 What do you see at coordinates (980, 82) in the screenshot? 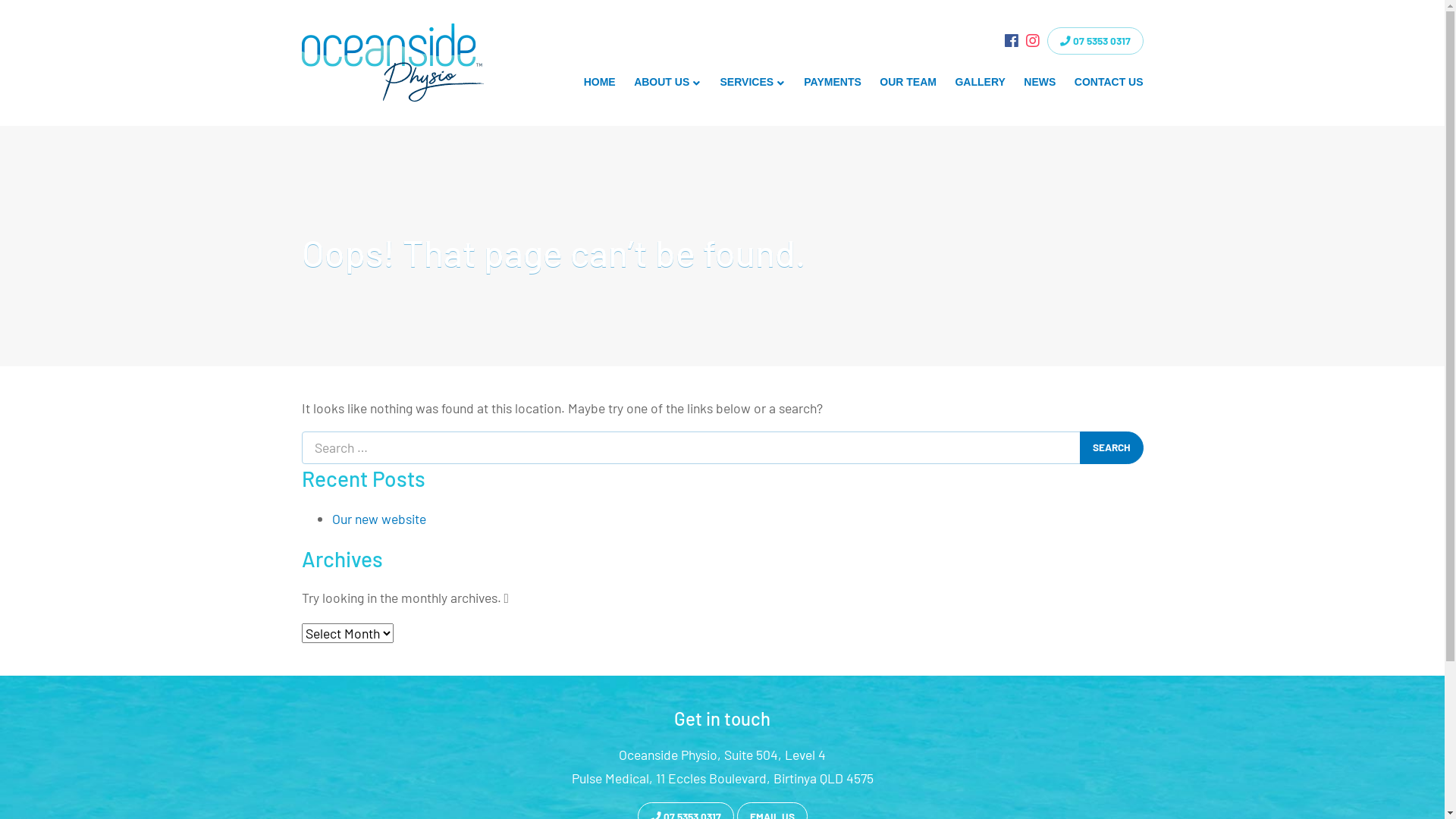
I see `'GALLERY'` at bounding box center [980, 82].